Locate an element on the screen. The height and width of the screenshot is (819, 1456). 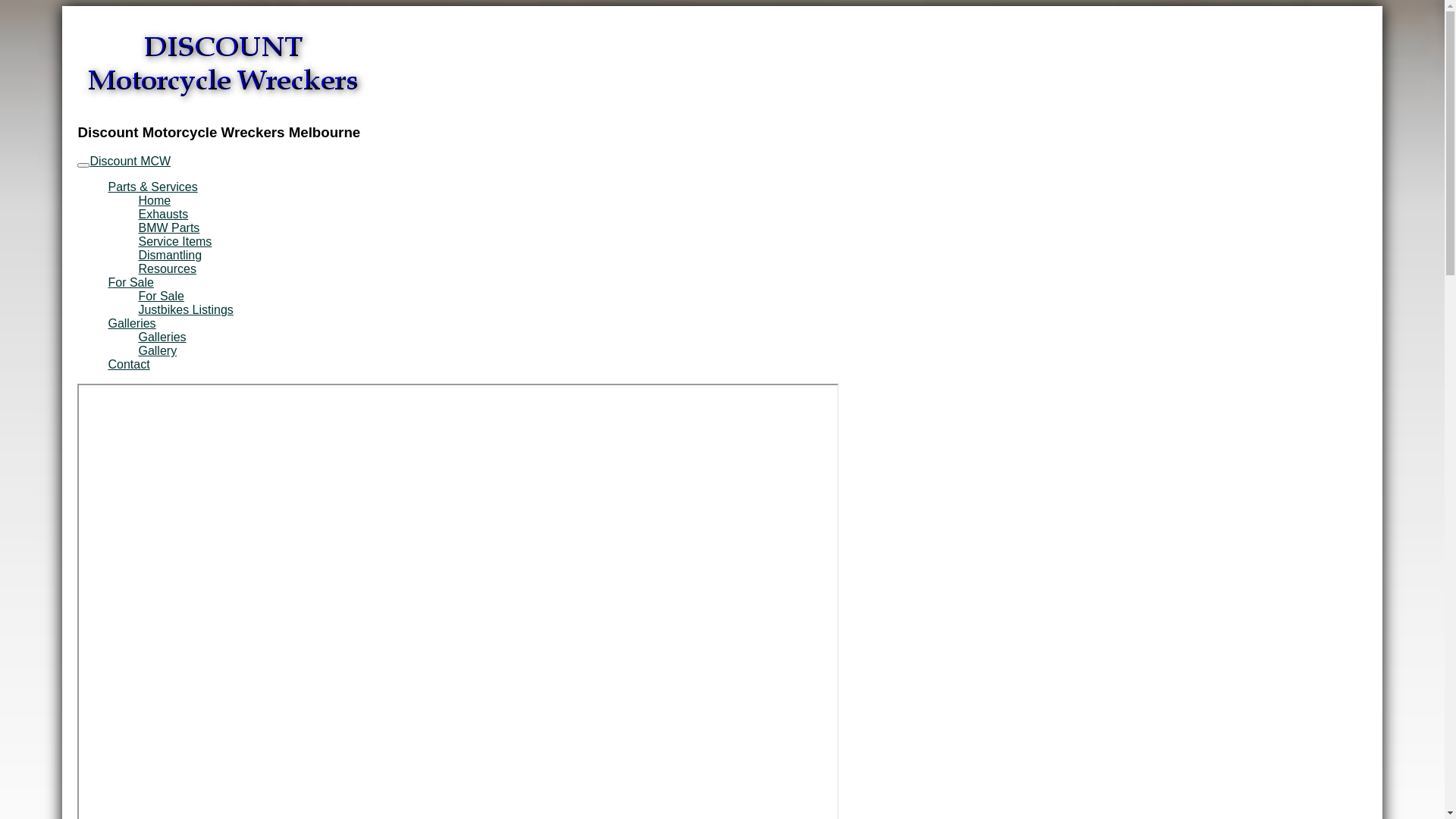
'Exhausts' is located at coordinates (163, 214).